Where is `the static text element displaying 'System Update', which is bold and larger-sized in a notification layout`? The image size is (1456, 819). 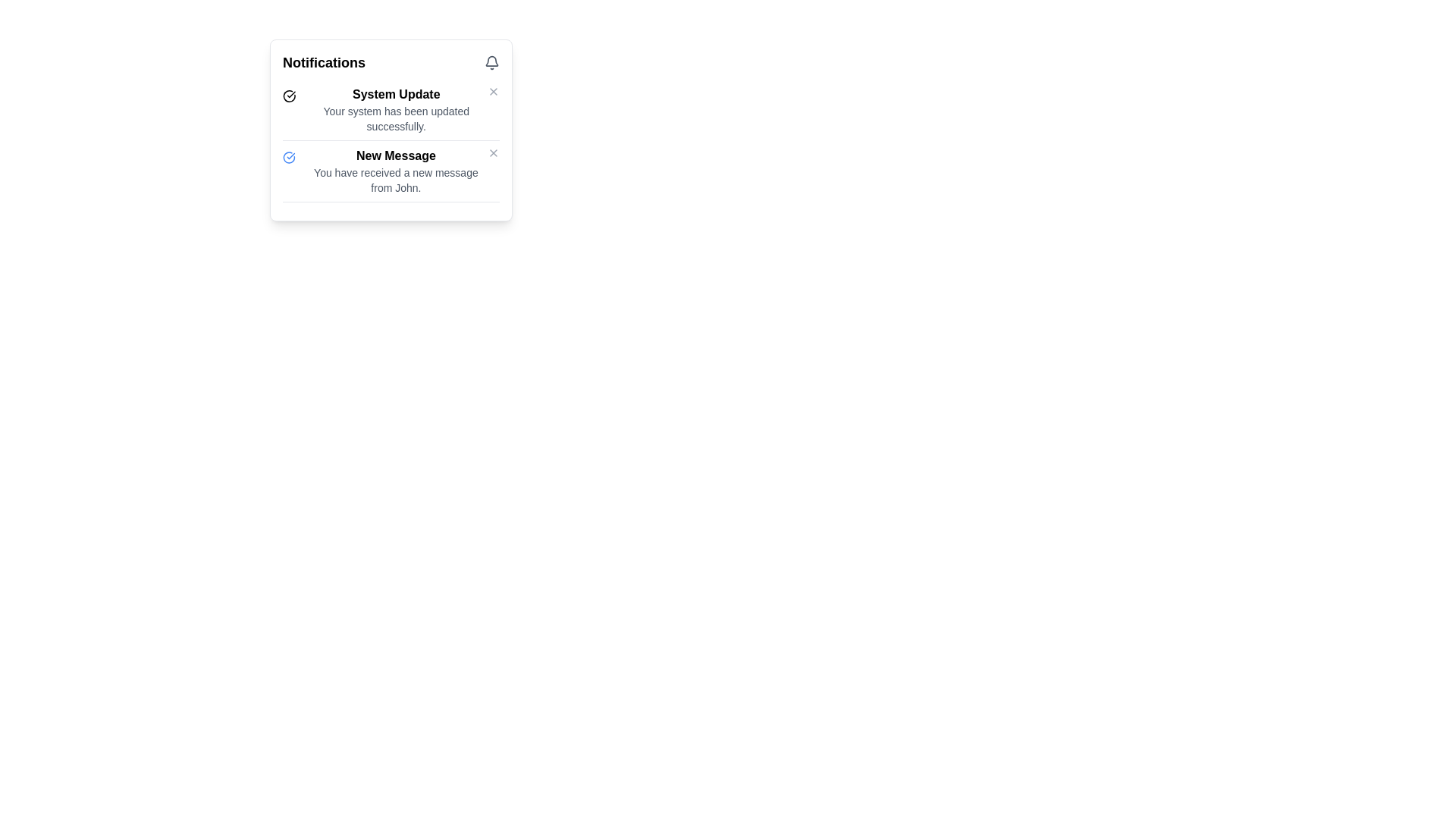
the static text element displaying 'System Update', which is bold and larger-sized in a notification layout is located at coordinates (396, 94).